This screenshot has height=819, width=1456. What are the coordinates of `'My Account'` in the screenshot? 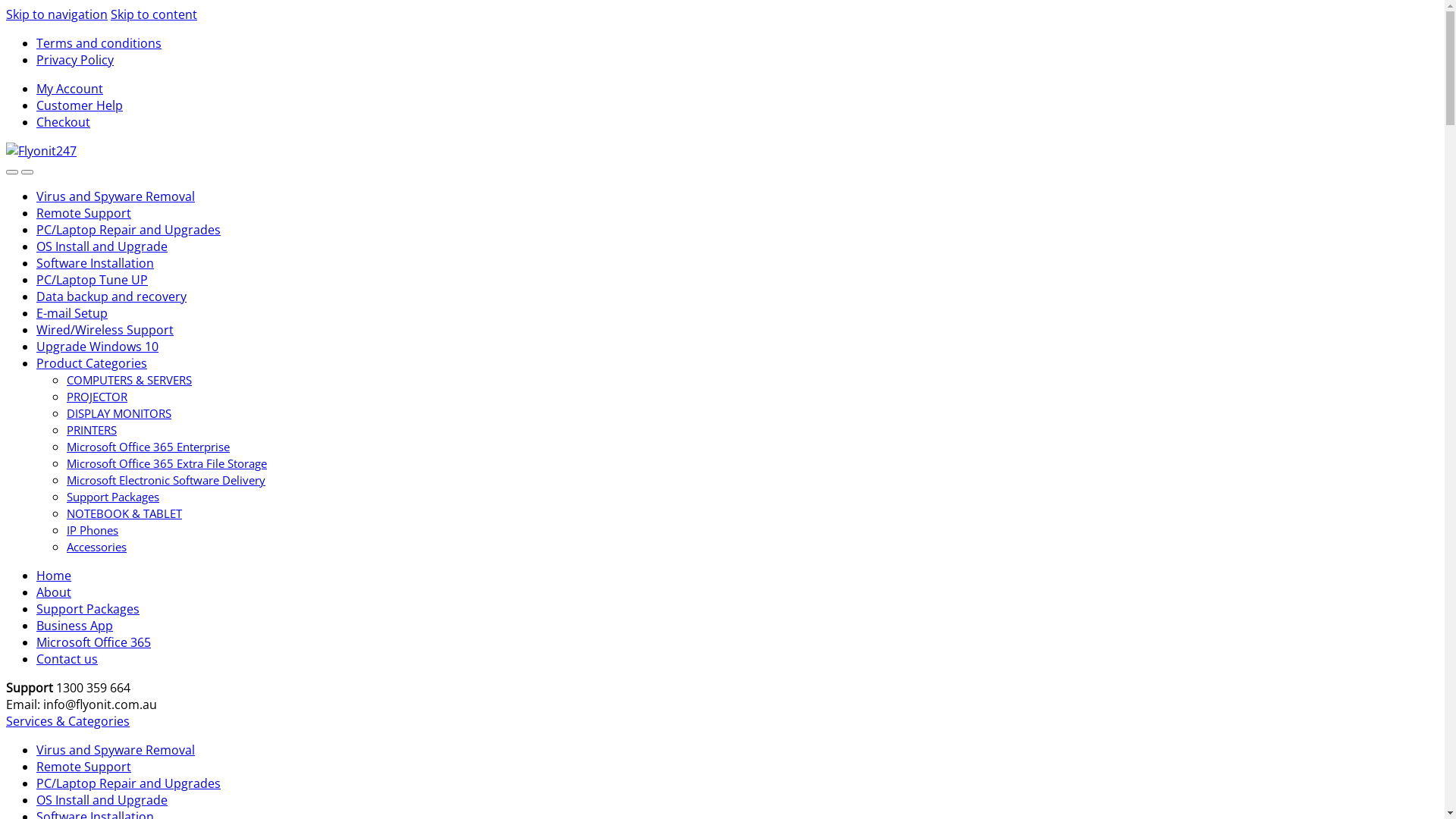 It's located at (68, 88).